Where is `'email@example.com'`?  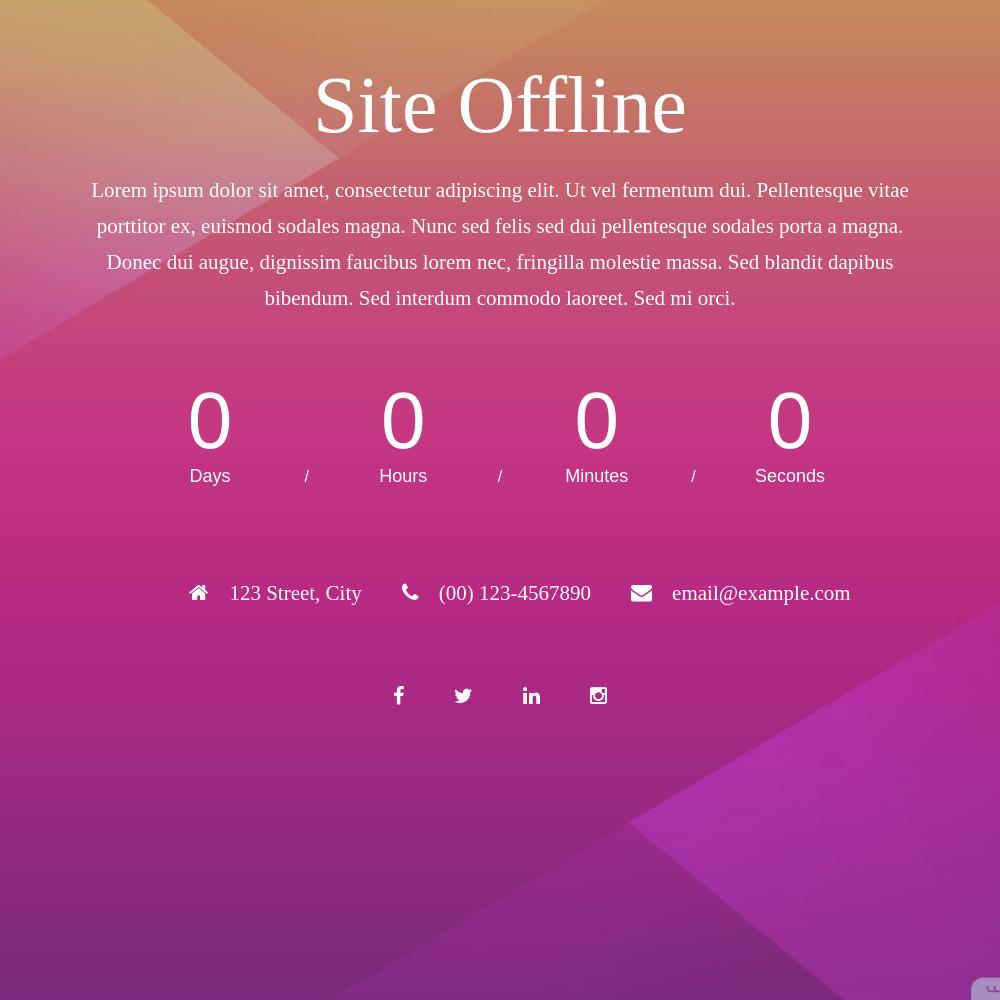 'email@example.com' is located at coordinates (672, 592).